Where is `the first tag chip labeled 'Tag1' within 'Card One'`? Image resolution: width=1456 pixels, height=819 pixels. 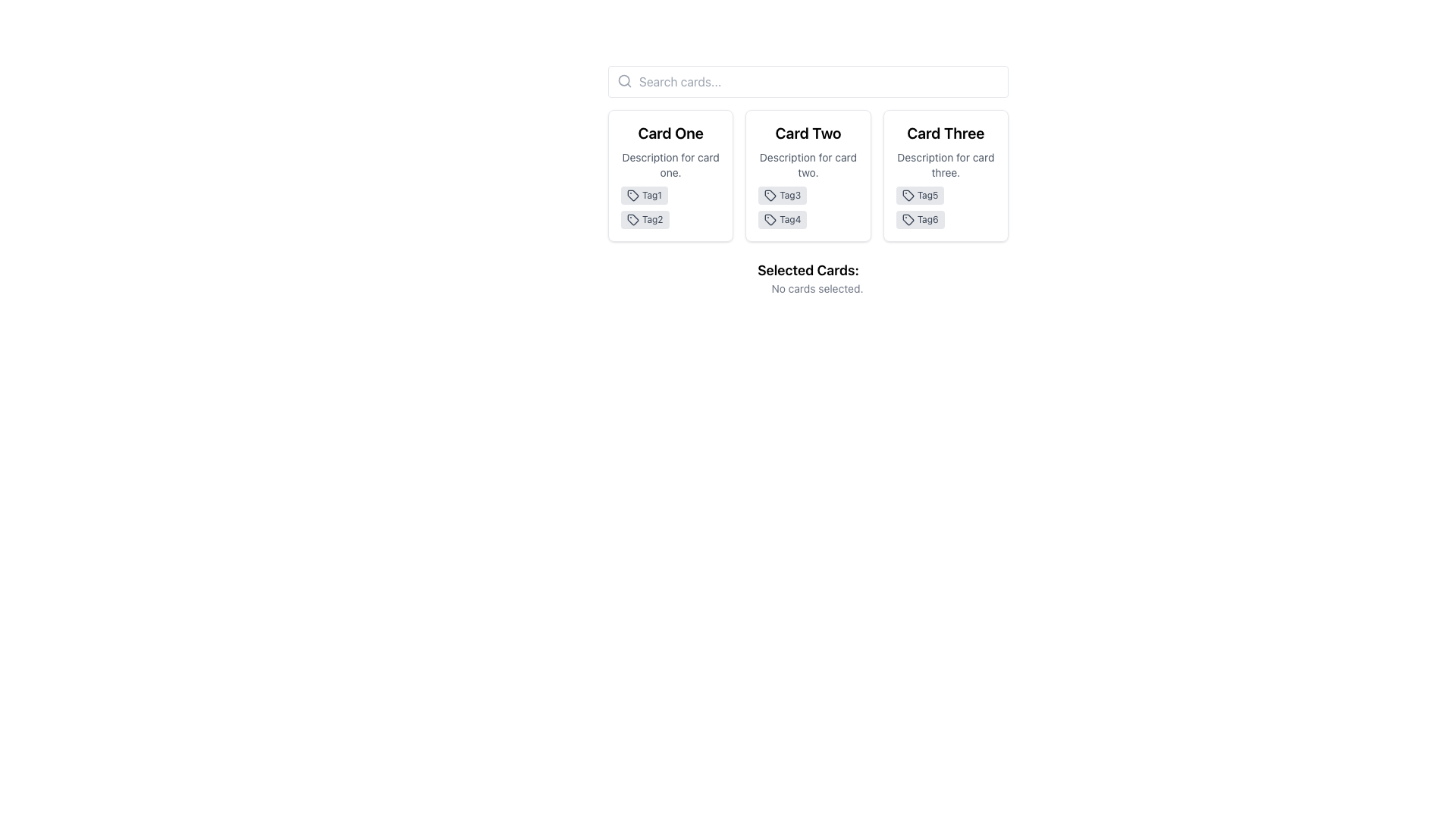 the first tag chip labeled 'Tag1' within 'Card One' is located at coordinates (644, 195).